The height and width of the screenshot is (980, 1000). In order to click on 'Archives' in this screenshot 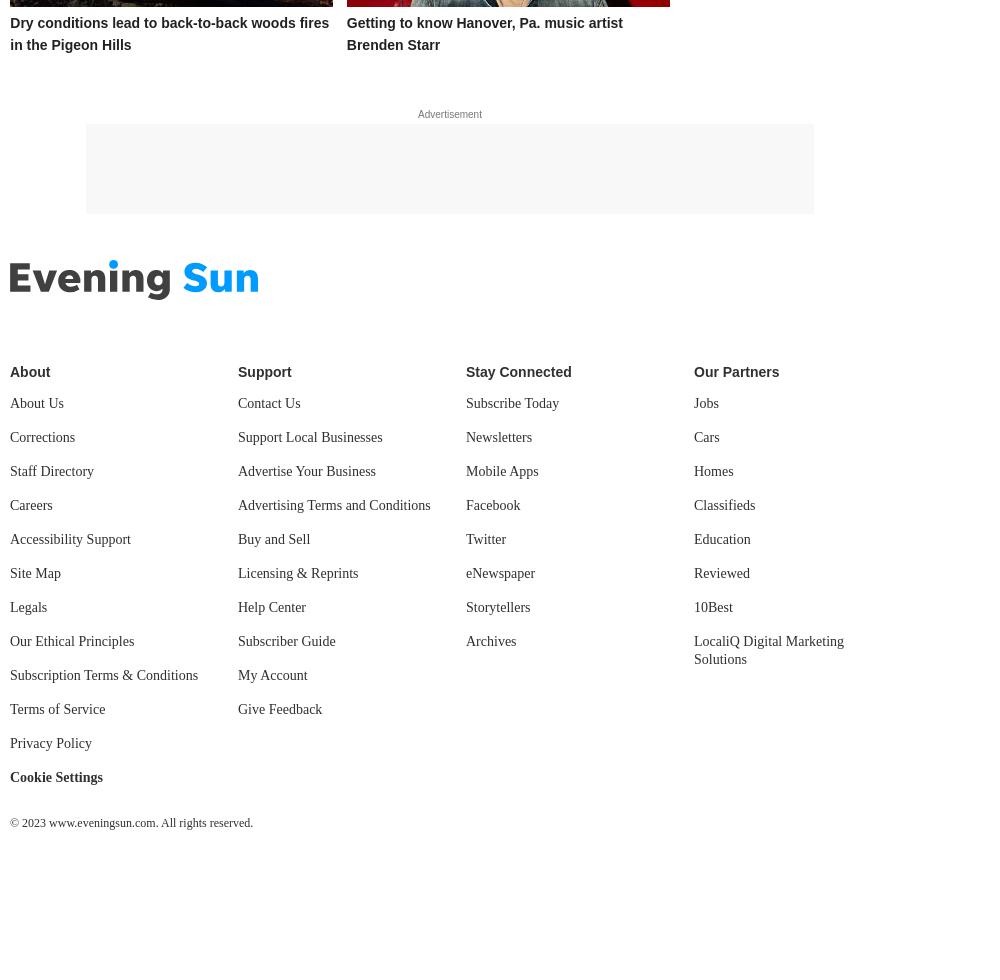, I will do `click(490, 640)`.